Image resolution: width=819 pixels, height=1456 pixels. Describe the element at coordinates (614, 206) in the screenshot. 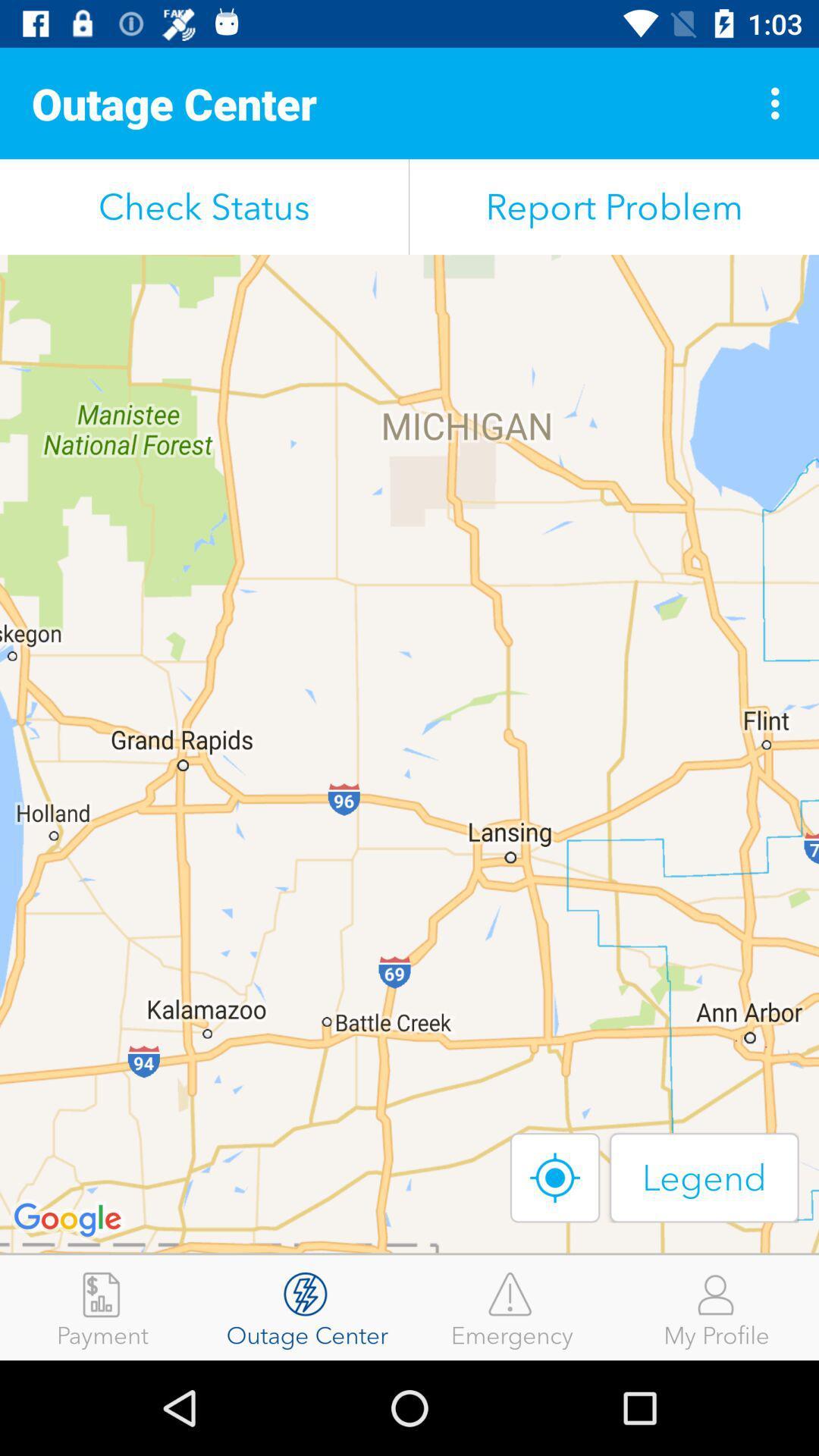

I see `the item next to check status icon` at that location.